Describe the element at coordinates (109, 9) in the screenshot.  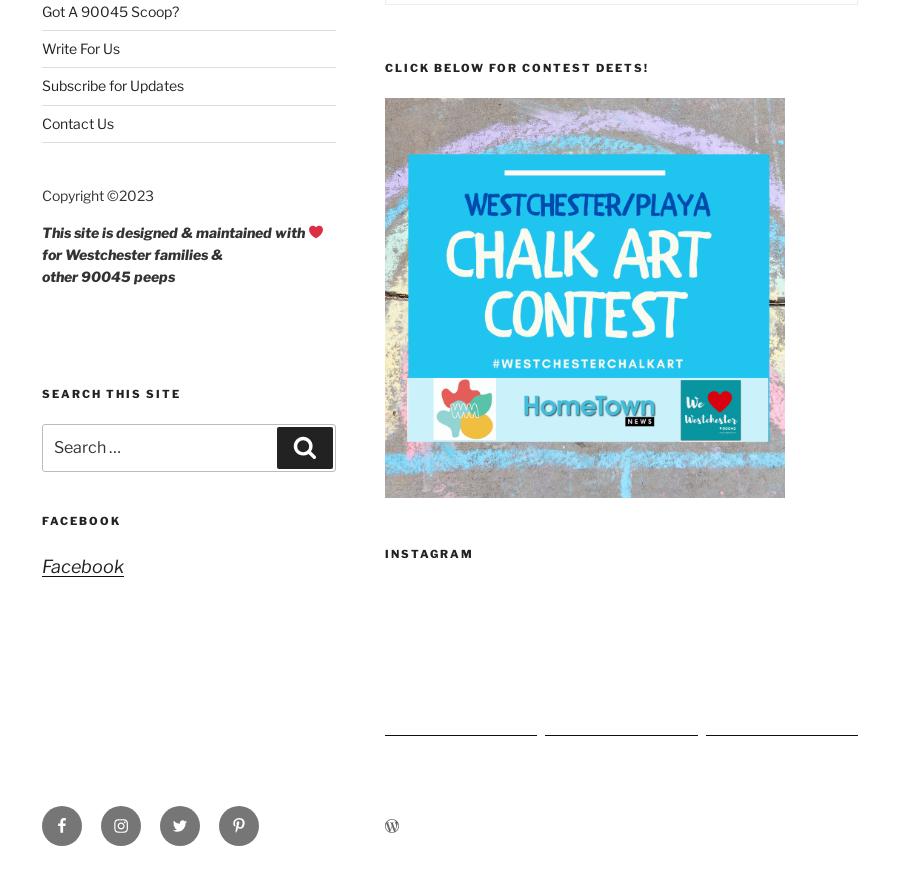
I see `'Got A 90045 Scoop?'` at that location.